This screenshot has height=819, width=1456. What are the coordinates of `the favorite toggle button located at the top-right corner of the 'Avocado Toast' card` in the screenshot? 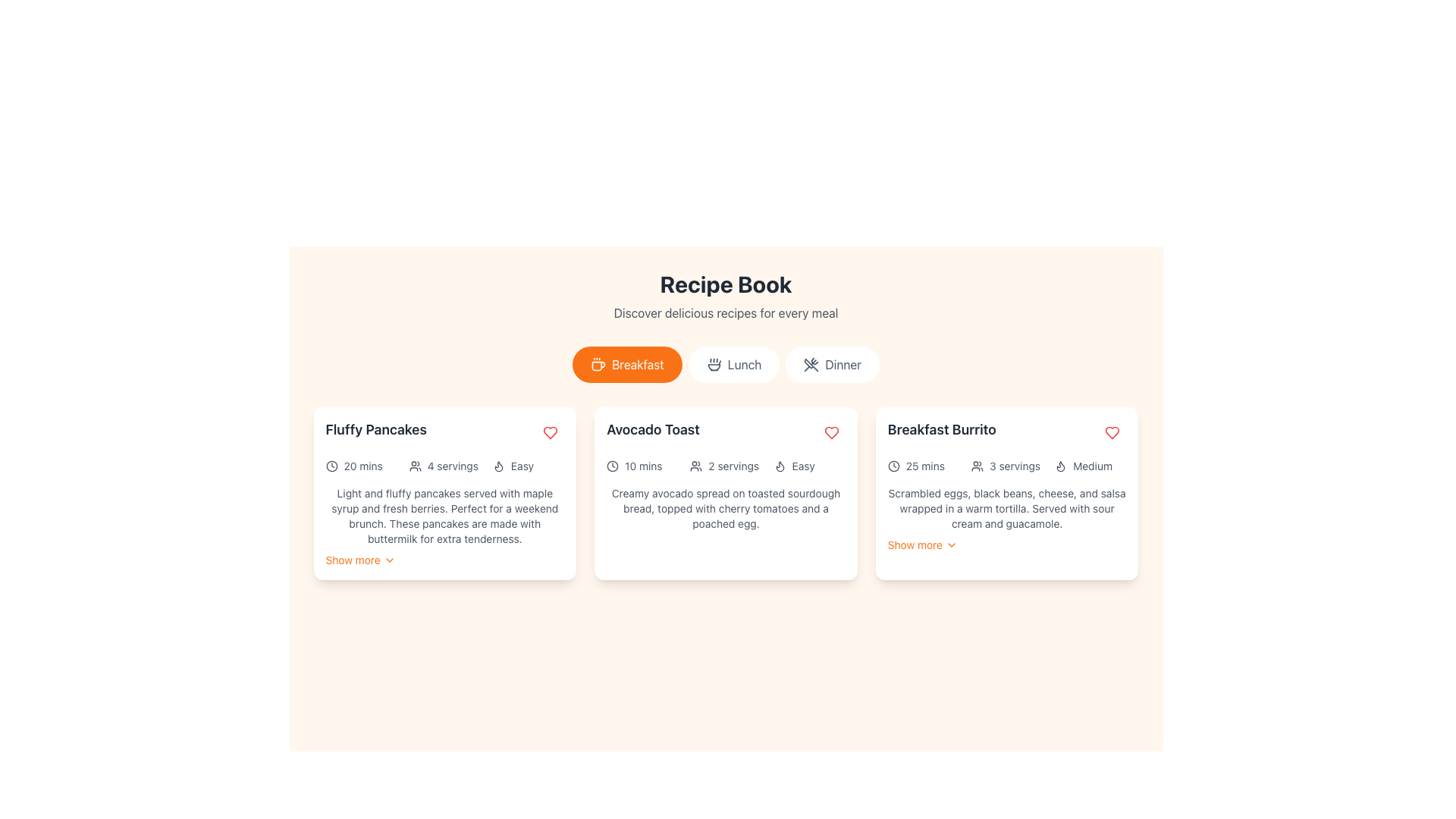 It's located at (830, 432).